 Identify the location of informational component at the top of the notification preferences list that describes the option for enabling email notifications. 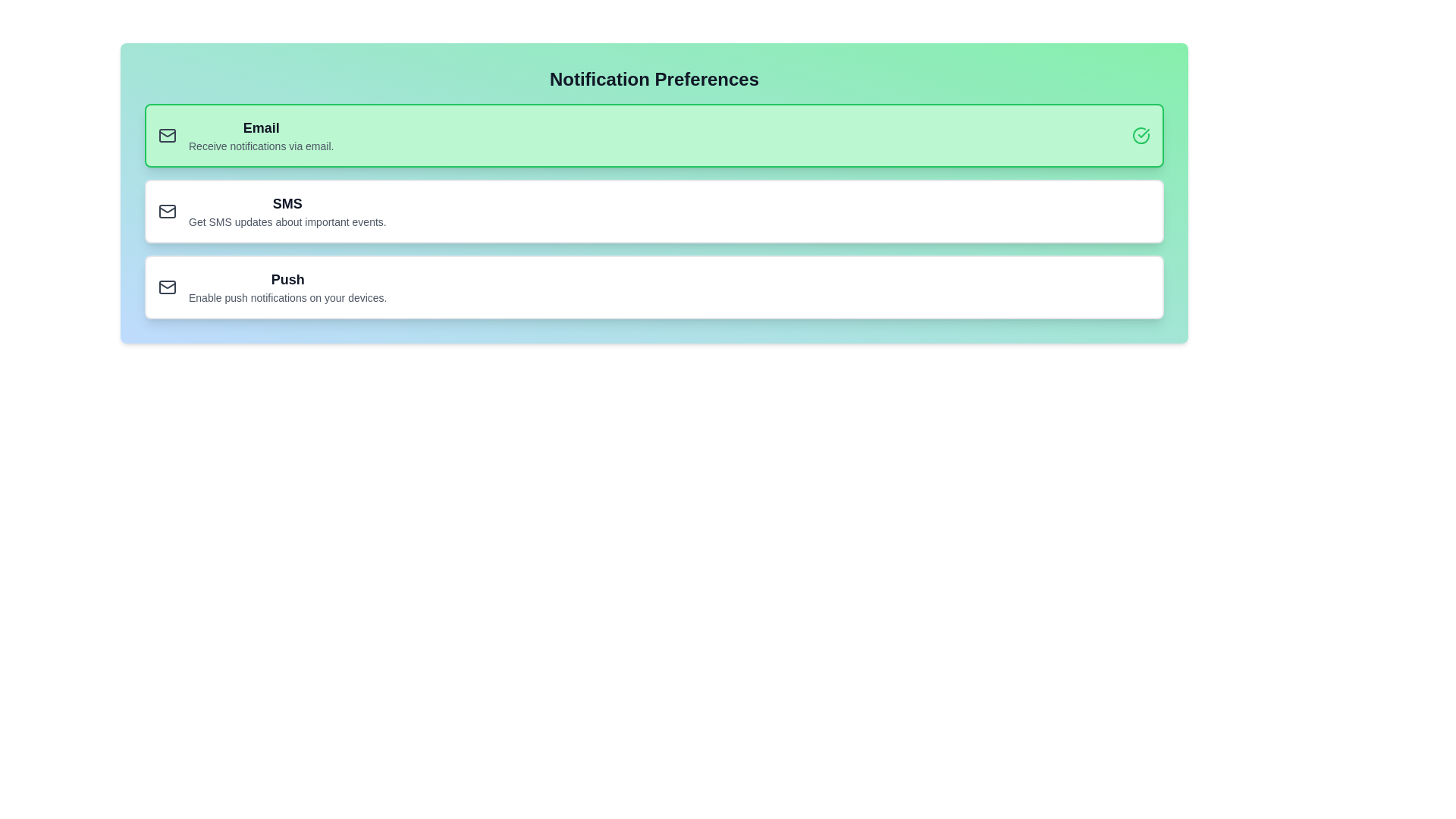
(261, 134).